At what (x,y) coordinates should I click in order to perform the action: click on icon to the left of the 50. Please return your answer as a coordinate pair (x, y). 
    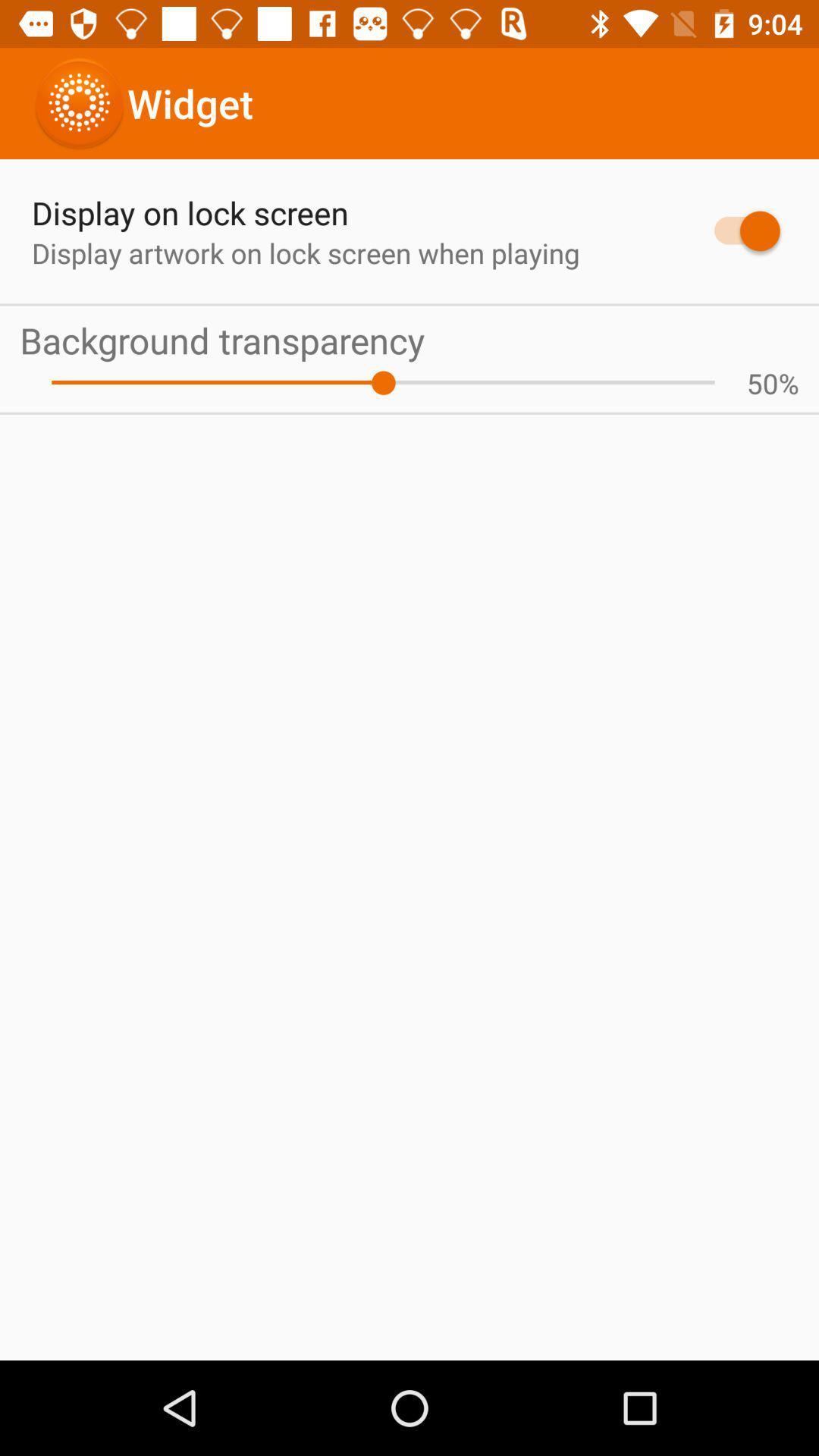
    Looking at the image, I should click on (382, 383).